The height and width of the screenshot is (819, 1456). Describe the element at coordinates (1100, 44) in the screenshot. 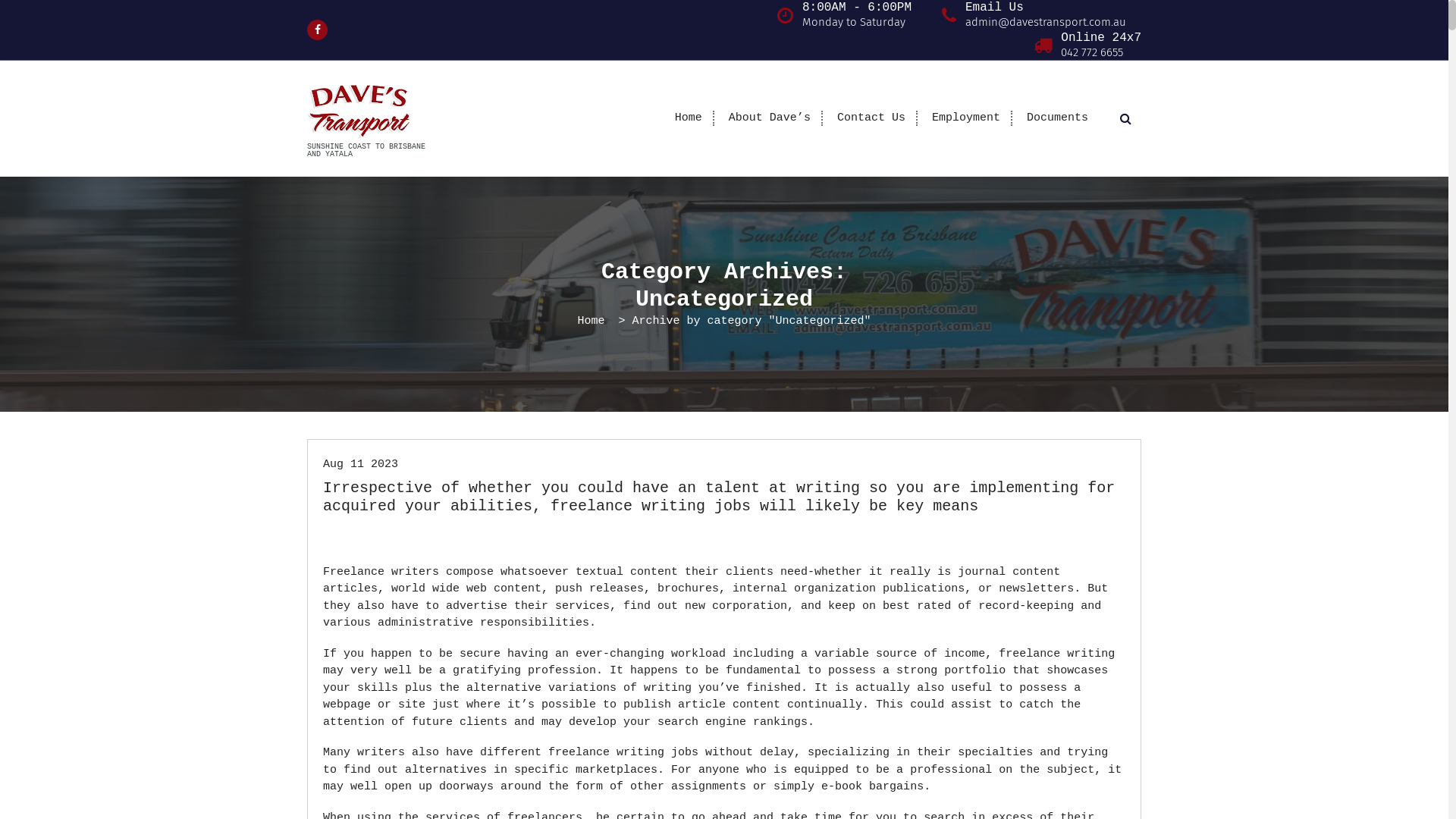

I see `'Online 24x7` at that location.